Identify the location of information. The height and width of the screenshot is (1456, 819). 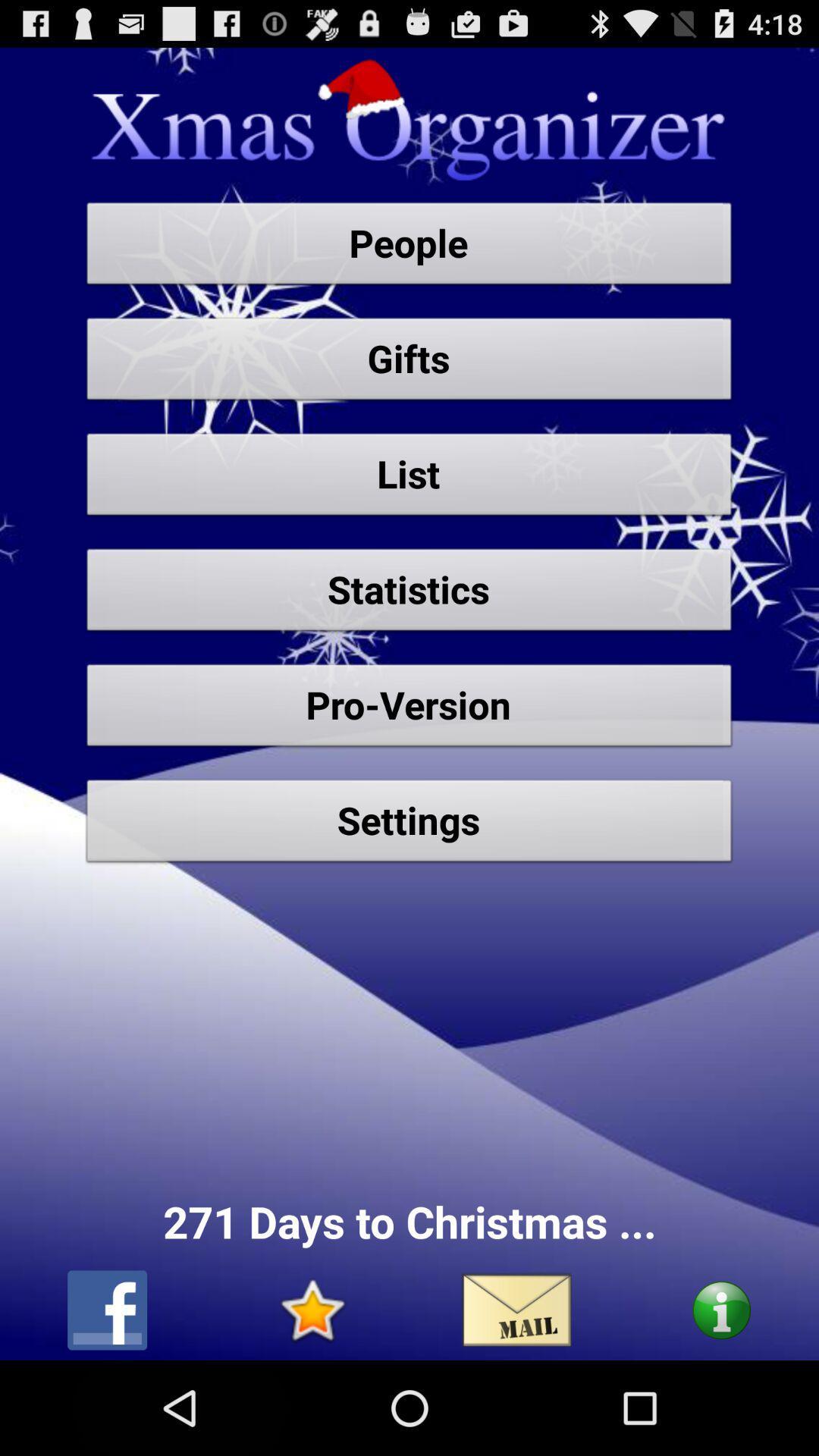
(720, 1310).